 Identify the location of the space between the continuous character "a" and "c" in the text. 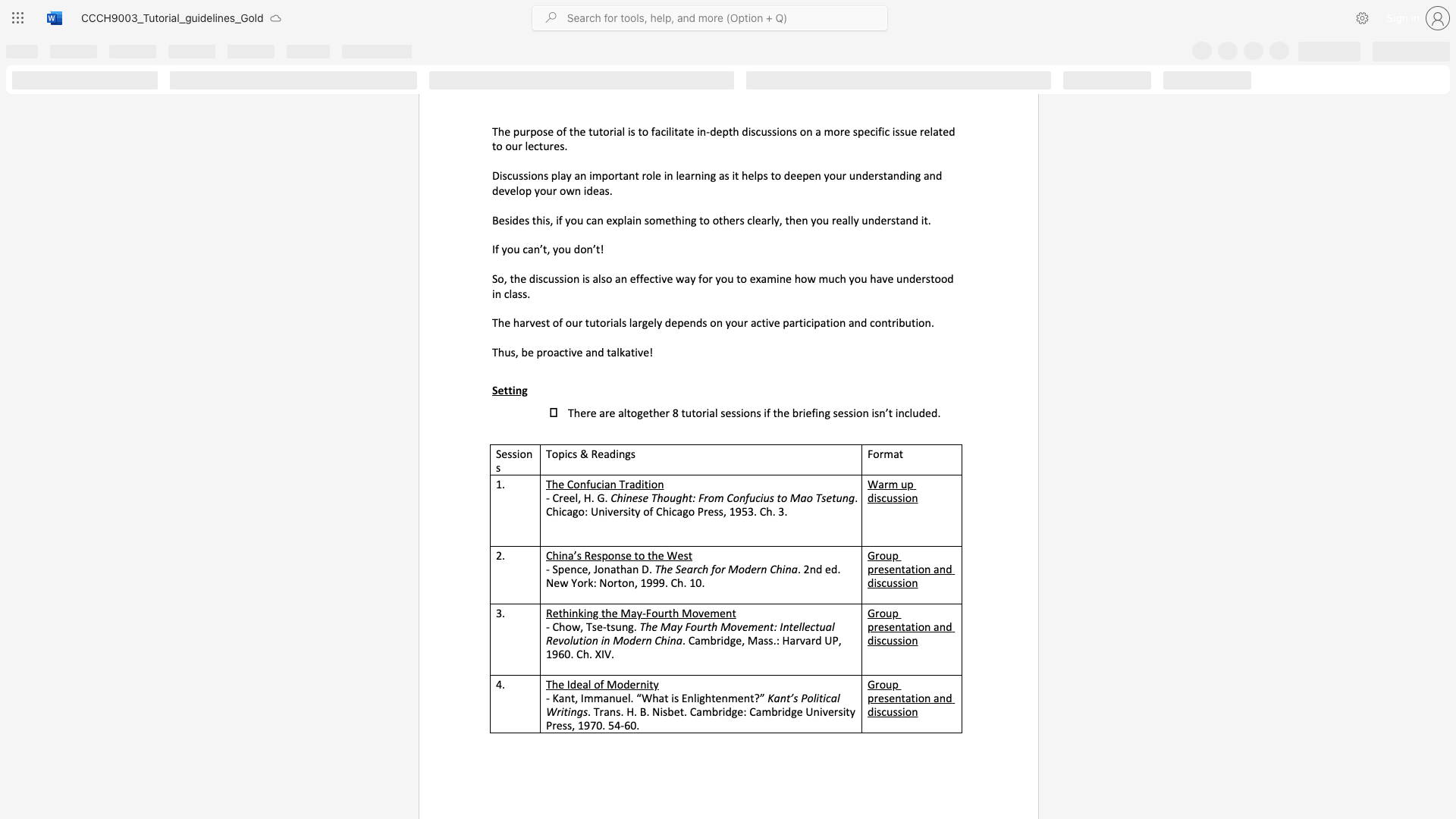
(661, 130).